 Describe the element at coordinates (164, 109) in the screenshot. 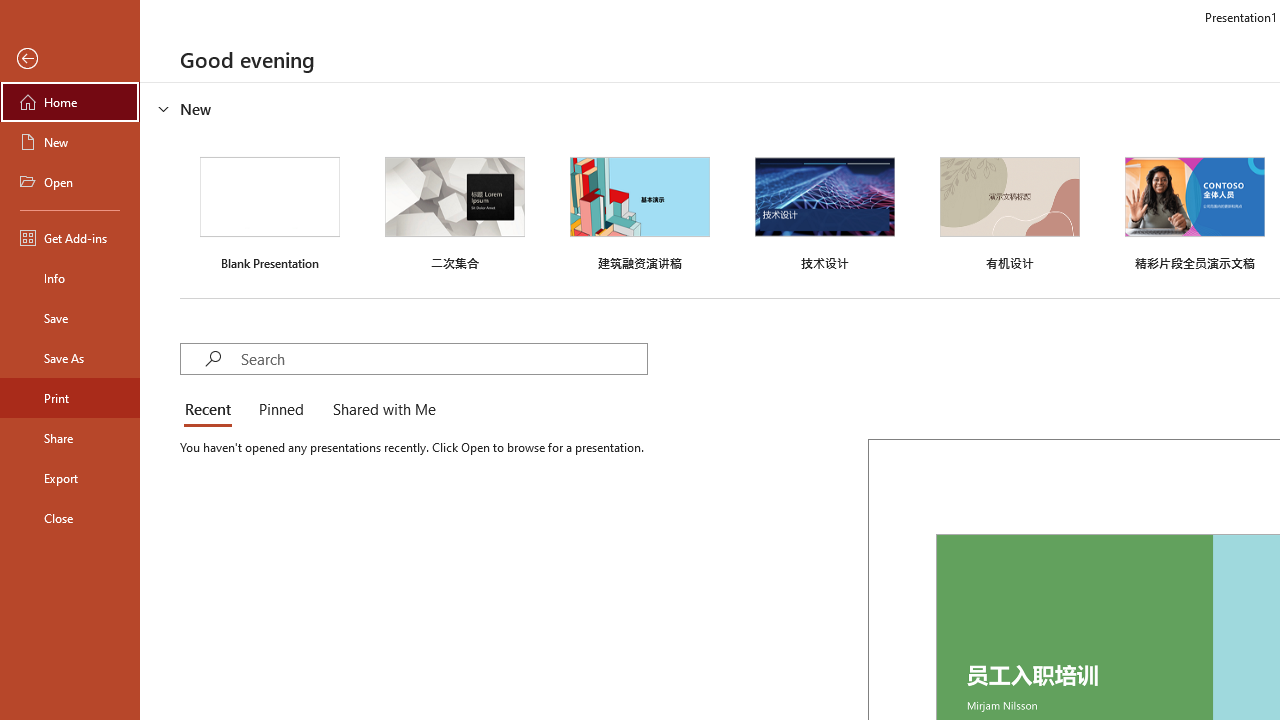

I see `'Hide or show region'` at that location.